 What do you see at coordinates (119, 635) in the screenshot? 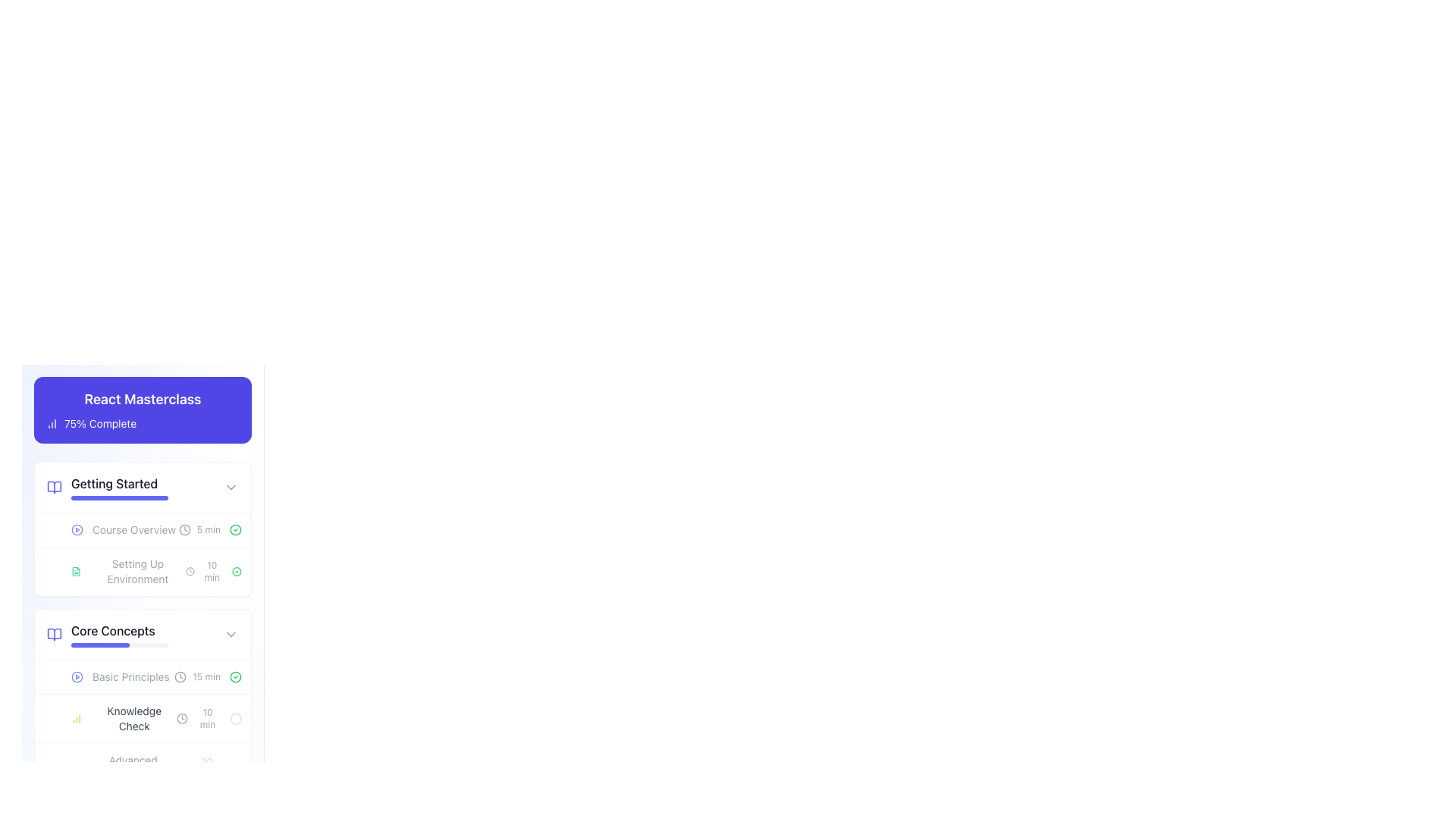
I see `the Text Label that serves as the title for the course module section under 'Core Concepts' in the 'React Masterclass', located just above a horizontal progress bar and aligned with a book icon` at bounding box center [119, 635].